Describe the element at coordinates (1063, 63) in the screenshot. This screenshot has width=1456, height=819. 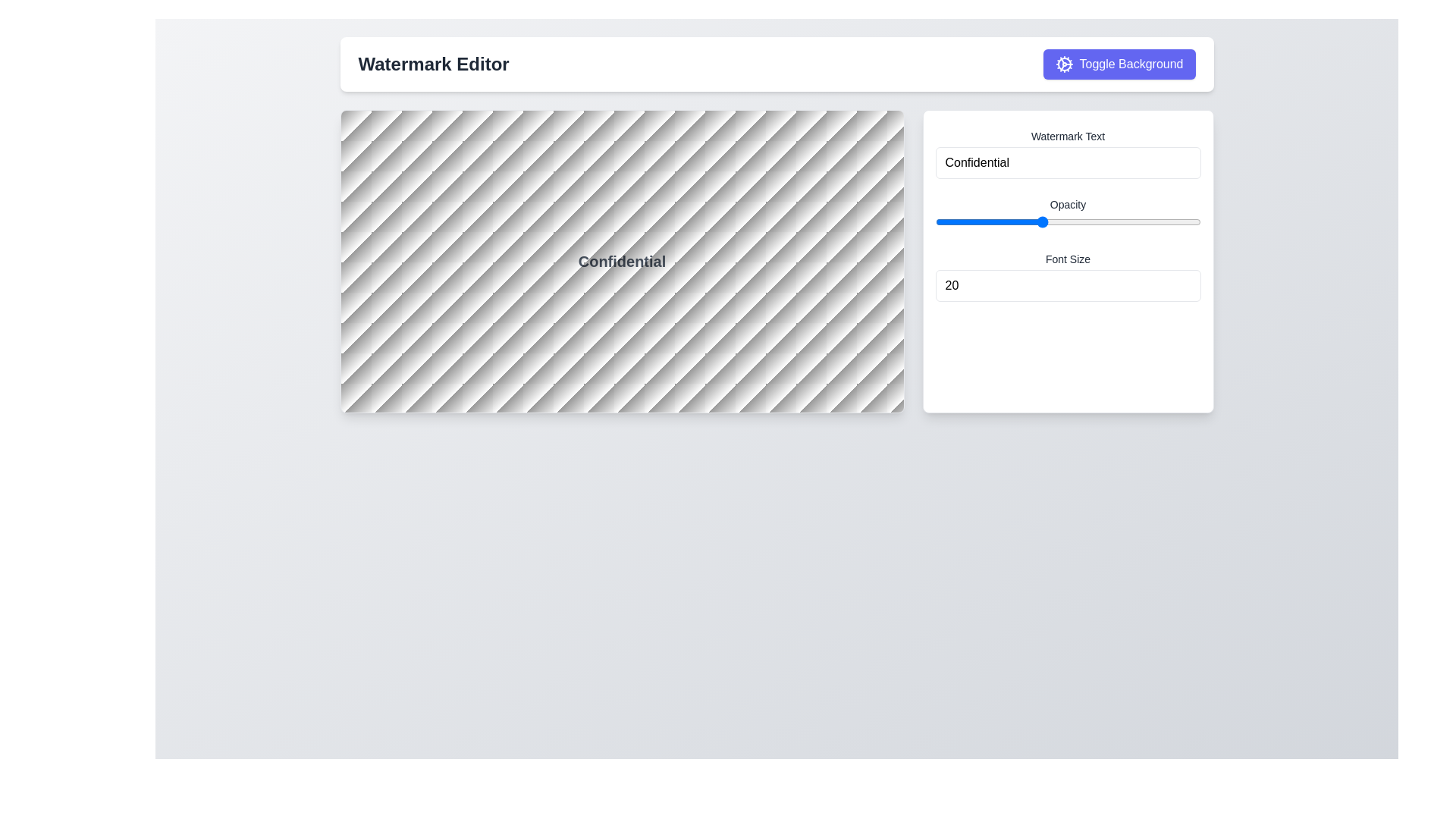
I see `the outermost circle of the cogwheel icon located in the top-right section of the interface, near the 'Toggle Background' button` at that location.